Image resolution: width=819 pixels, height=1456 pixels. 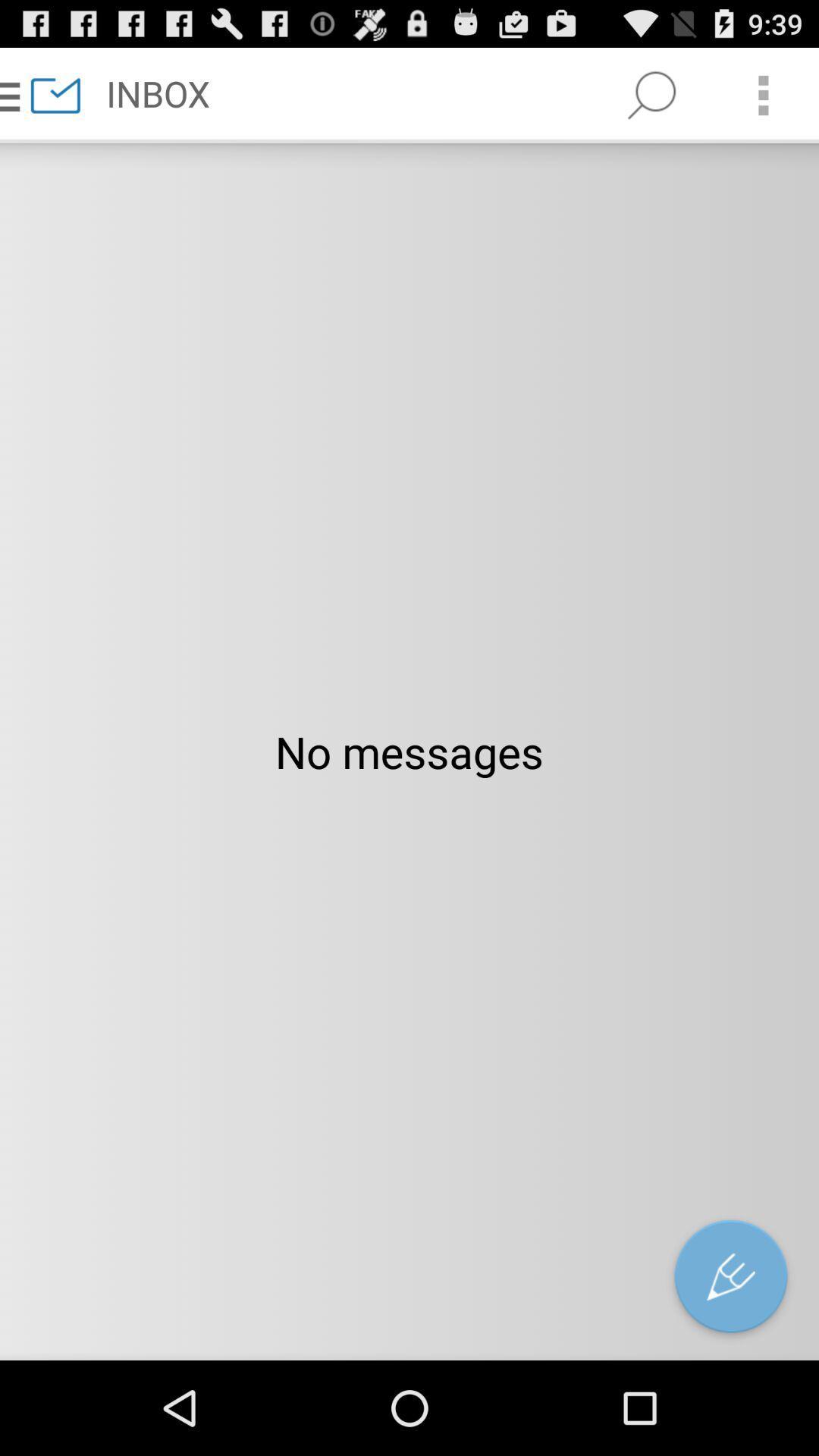 What do you see at coordinates (730, 1370) in the screenshot?
I see `the edit icon` at bounding box center [730, 1370].